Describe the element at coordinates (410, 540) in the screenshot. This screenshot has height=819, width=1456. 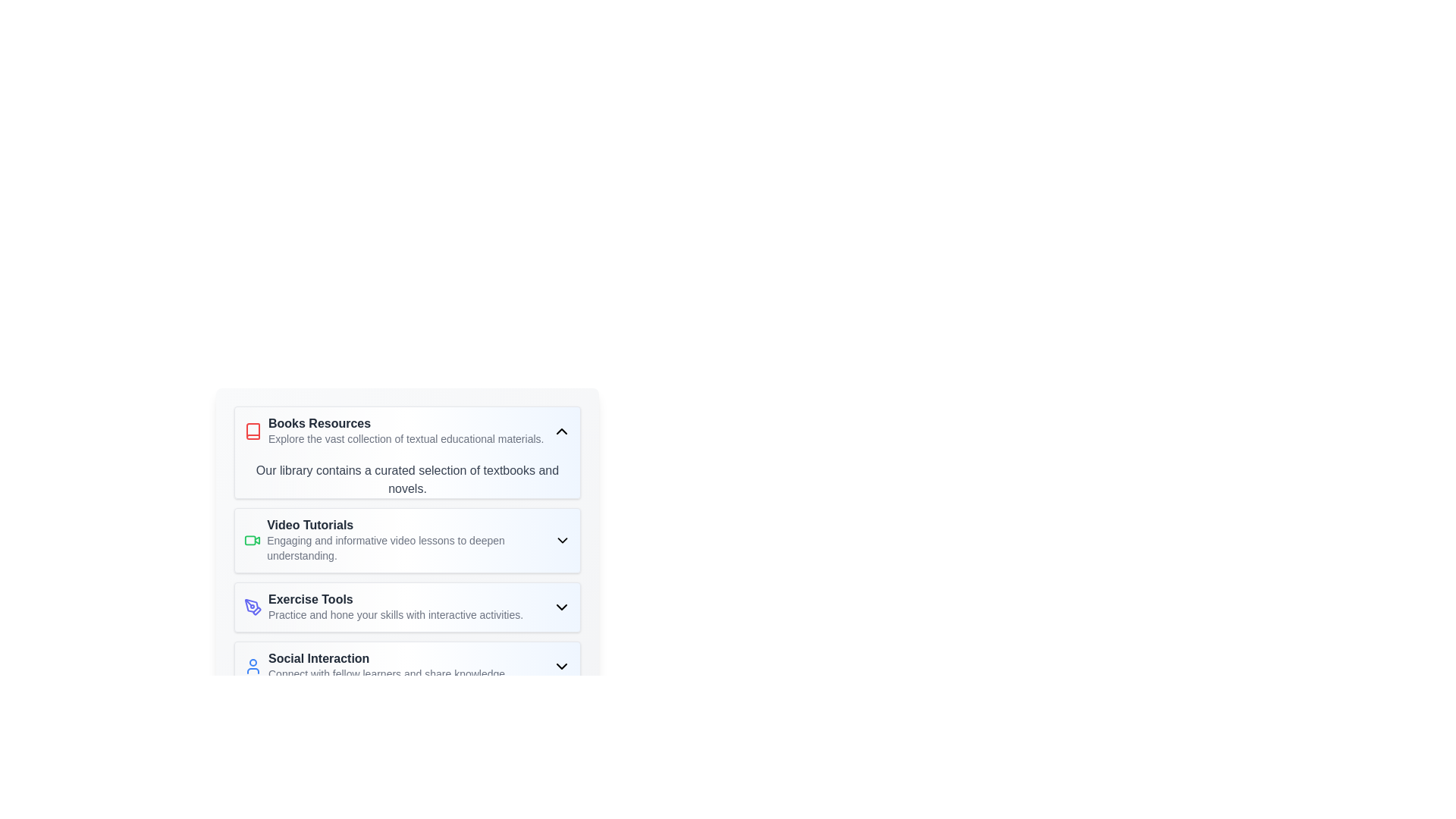
I see `the Text display component that shows 'Video Tutorials' and 'Engaging and informative video lessons to deepen understanding.'` at that location.